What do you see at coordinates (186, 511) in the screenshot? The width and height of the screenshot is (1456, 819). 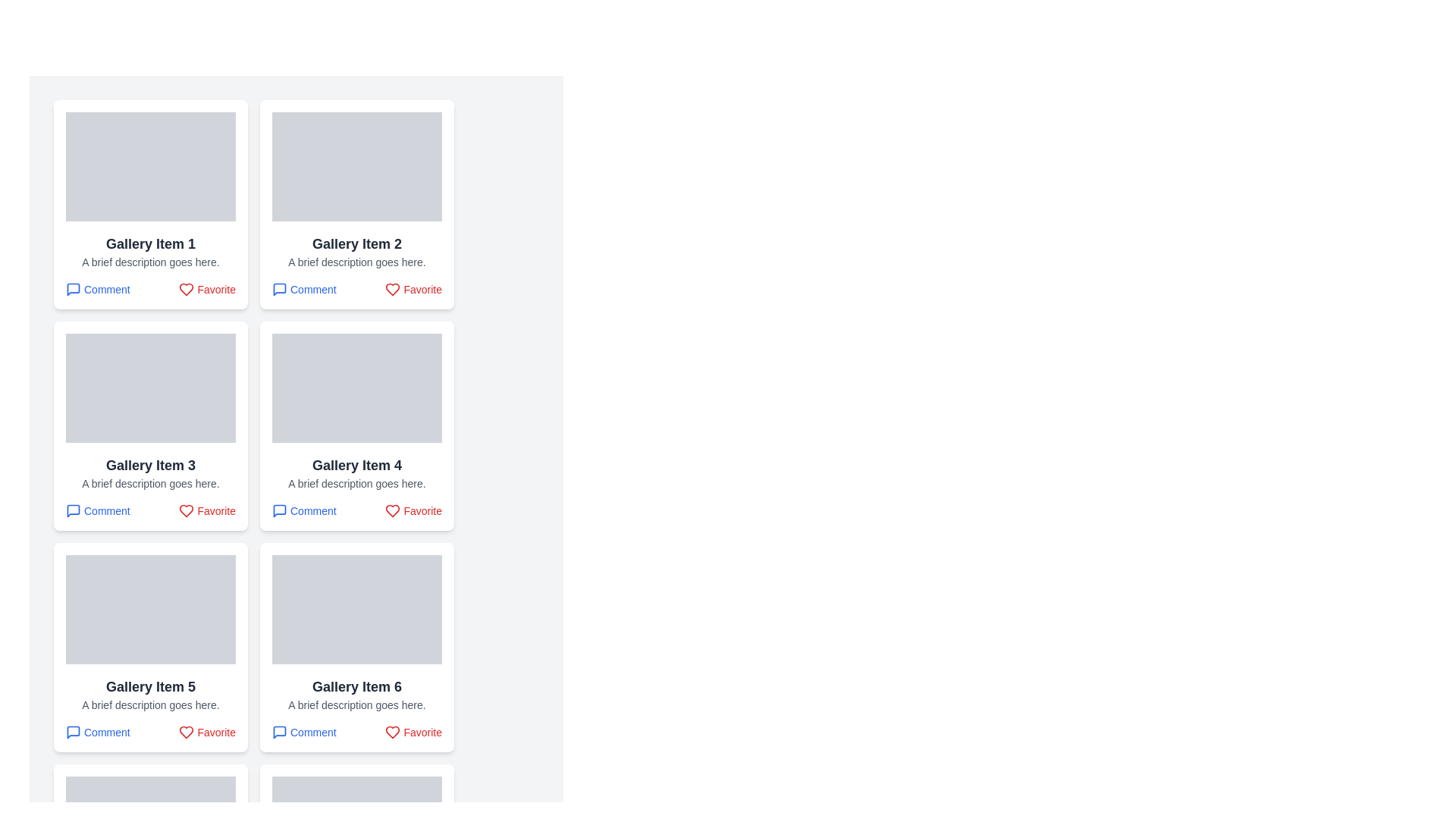 I see `the heart icon located beside the 'Favorite' text in the third card of the Gallery Item 3 to observe any hover effects` at bounding box center [186, 511].